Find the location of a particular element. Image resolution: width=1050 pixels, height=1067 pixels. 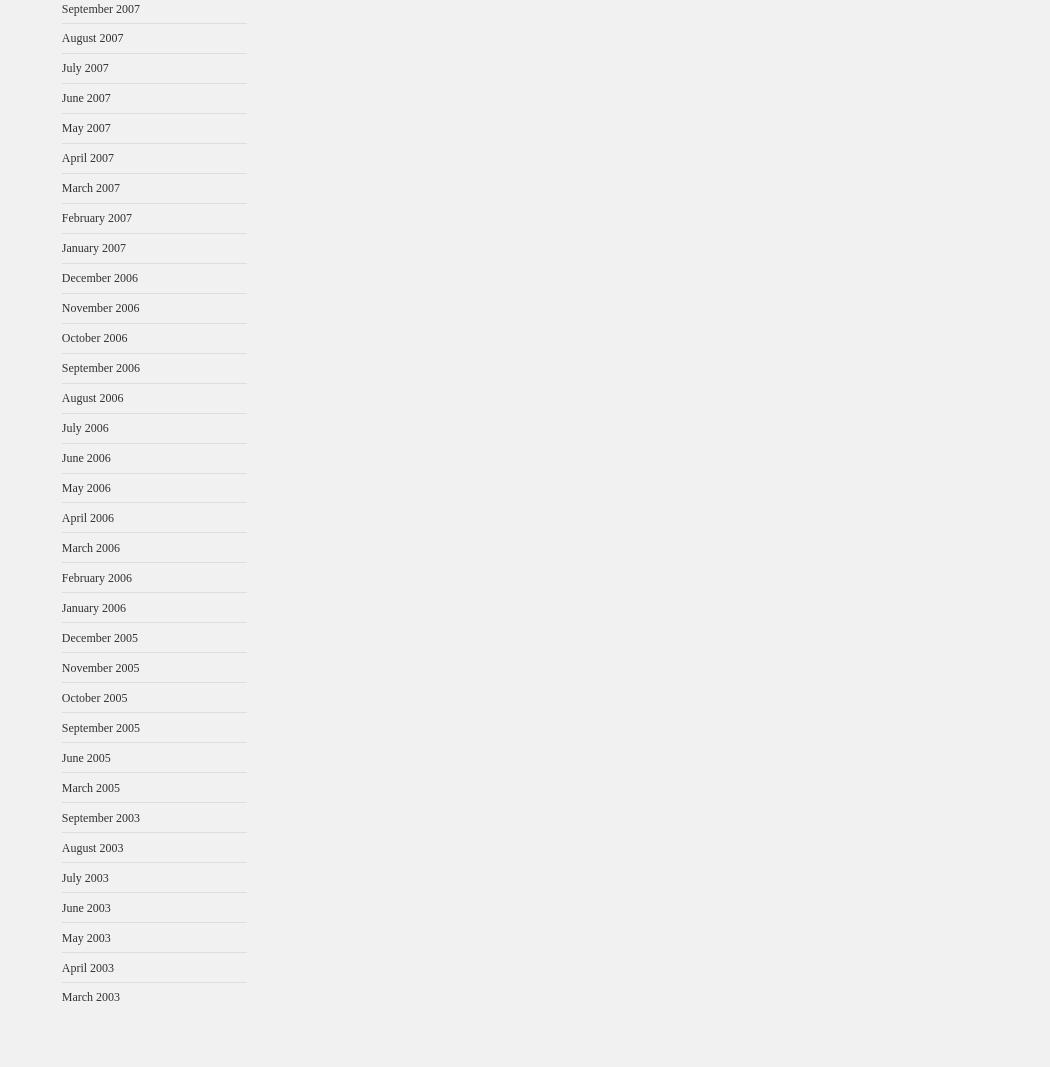

'January 2006' is located at coordinates (93, 607).